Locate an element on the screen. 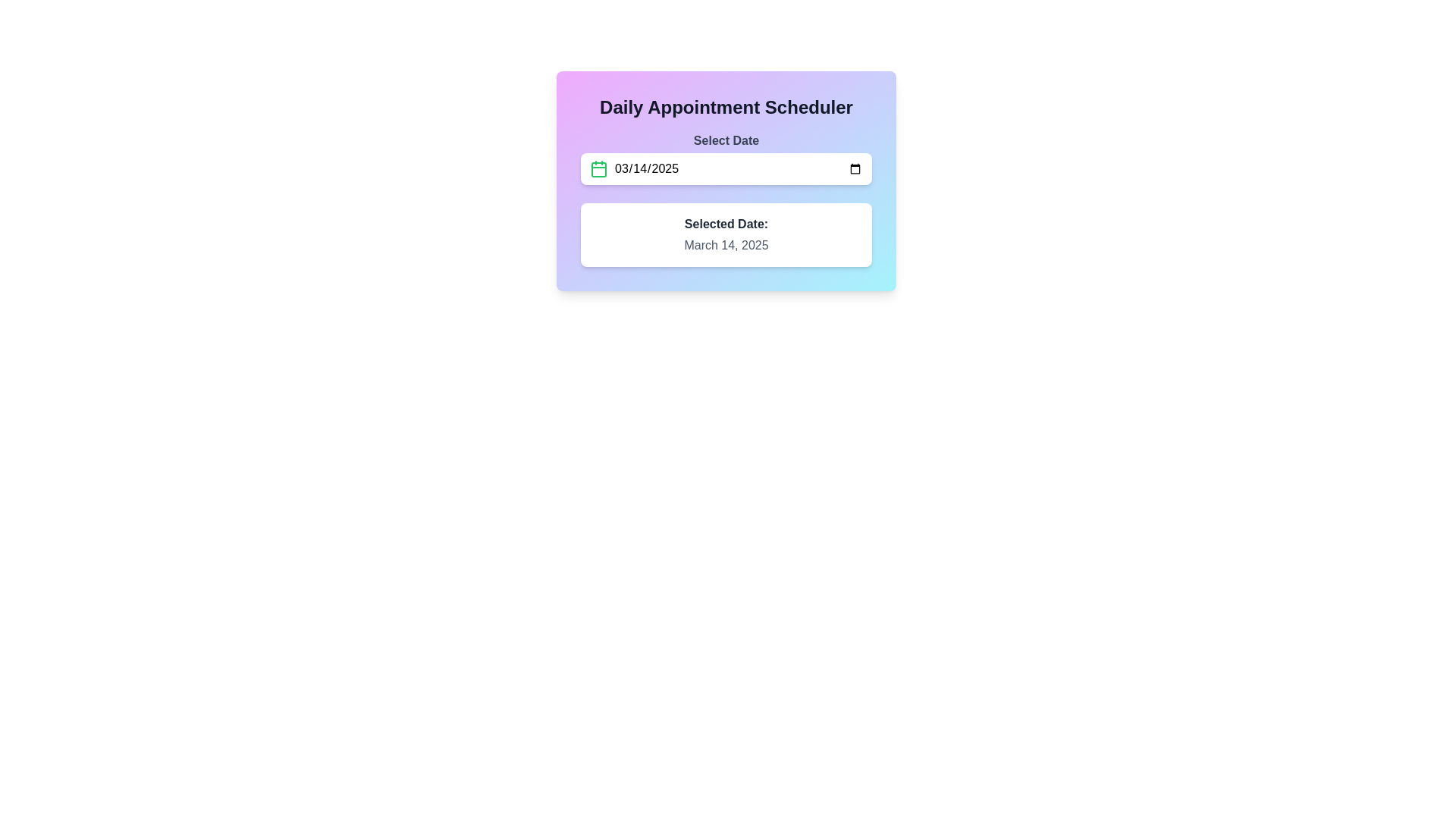 Image resolution: width=1456 pixels, height=819 pixels. the text label displaying 'March 14, 2025', which is styled in gray font and is located underneath the 'Selected Date:' label is located at coordinates (726, 245).